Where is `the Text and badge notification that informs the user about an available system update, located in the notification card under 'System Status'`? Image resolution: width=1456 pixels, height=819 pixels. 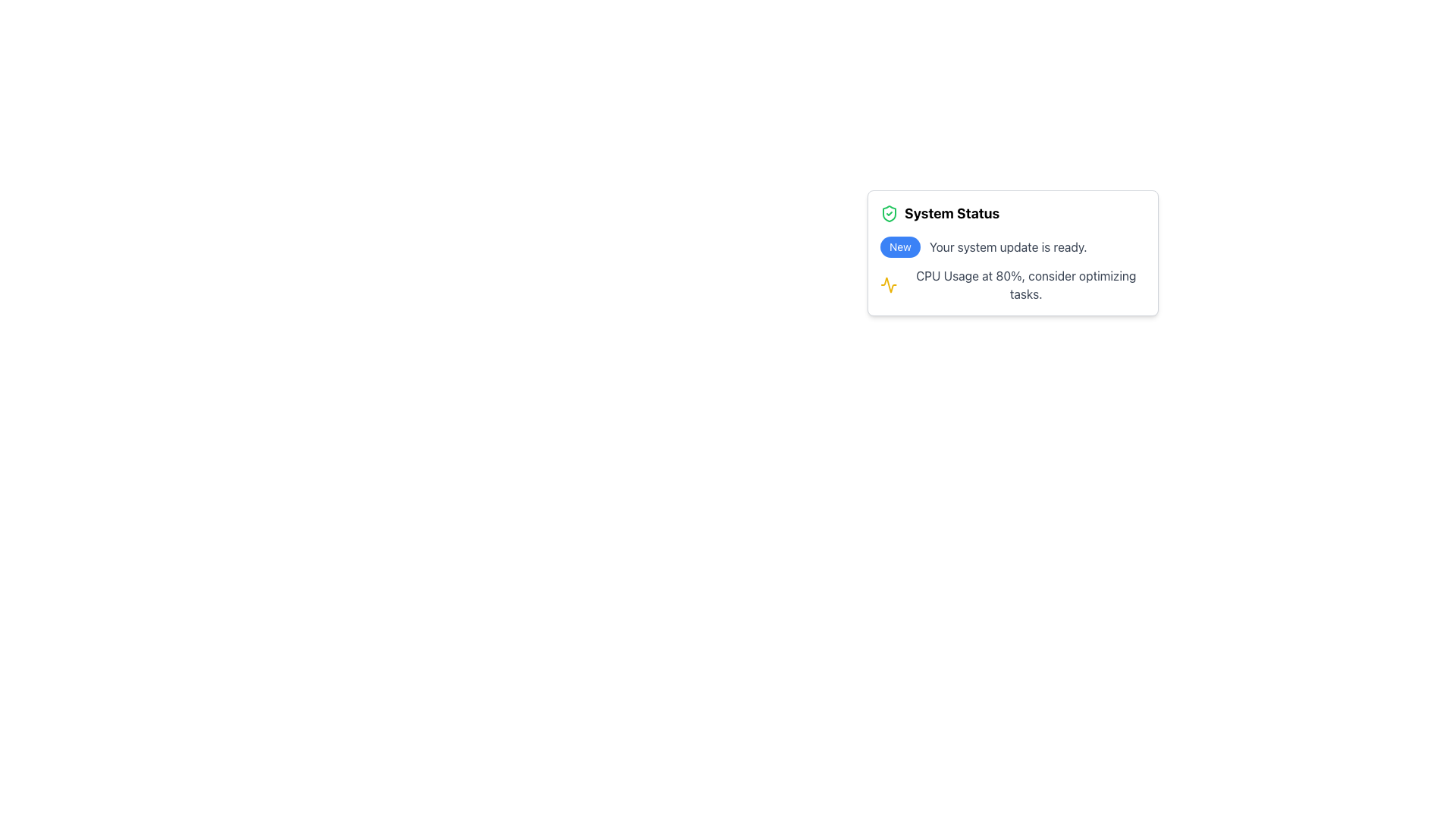 the Text and badge notification that informs the user about an available system update, located in the notification card under 'System Status' is located at coordinates (1012, 246).